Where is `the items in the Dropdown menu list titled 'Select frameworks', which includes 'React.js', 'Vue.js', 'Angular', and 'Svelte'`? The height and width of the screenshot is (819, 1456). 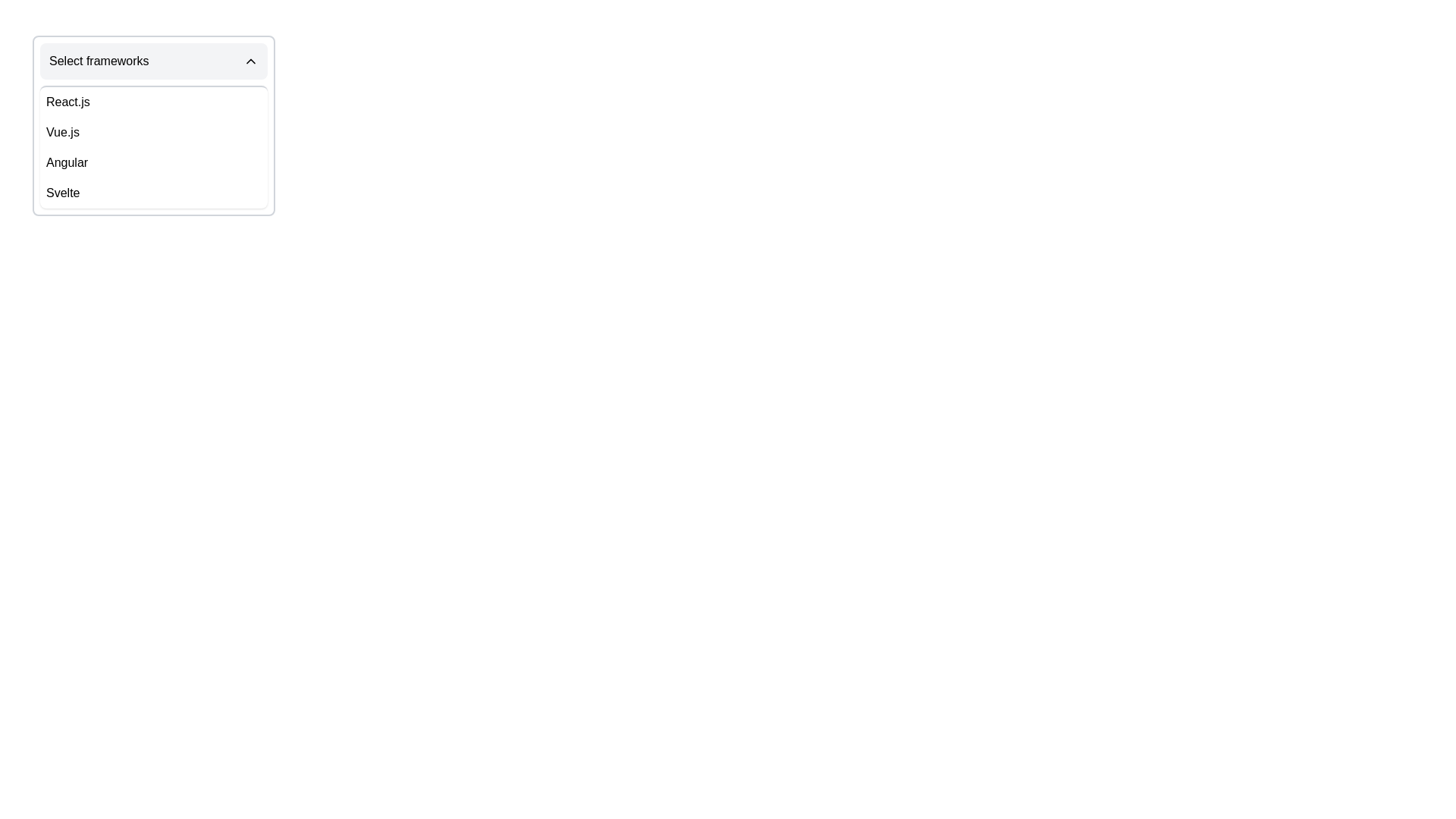 the items in the Dropdown menu list titled 'Select frameworks', which includes 'React.js', 'Vue.js', 'Angular', and 'Svelte' is located at coordinates (153, 146).